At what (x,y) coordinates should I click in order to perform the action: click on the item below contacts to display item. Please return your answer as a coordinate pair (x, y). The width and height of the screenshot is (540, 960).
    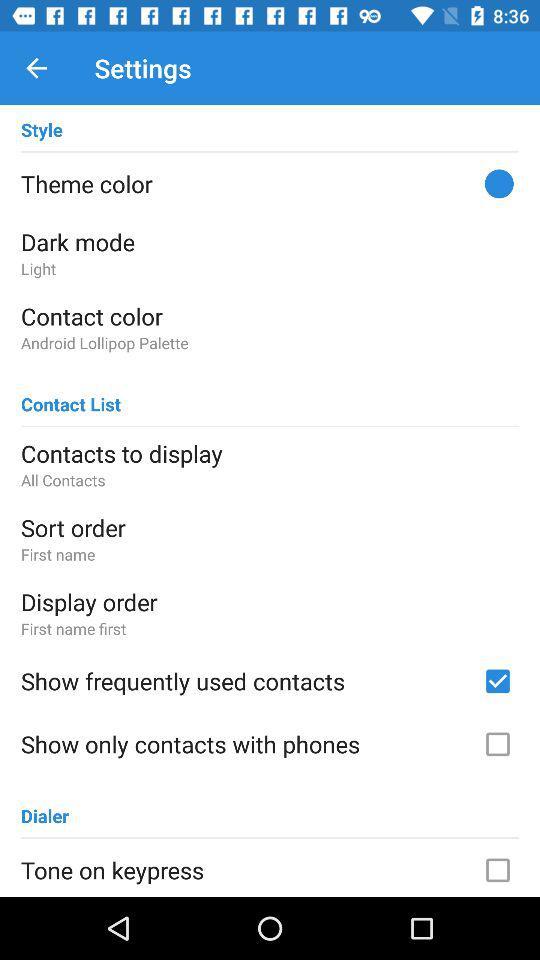
    Looking at the image, I should click on (270, 480).